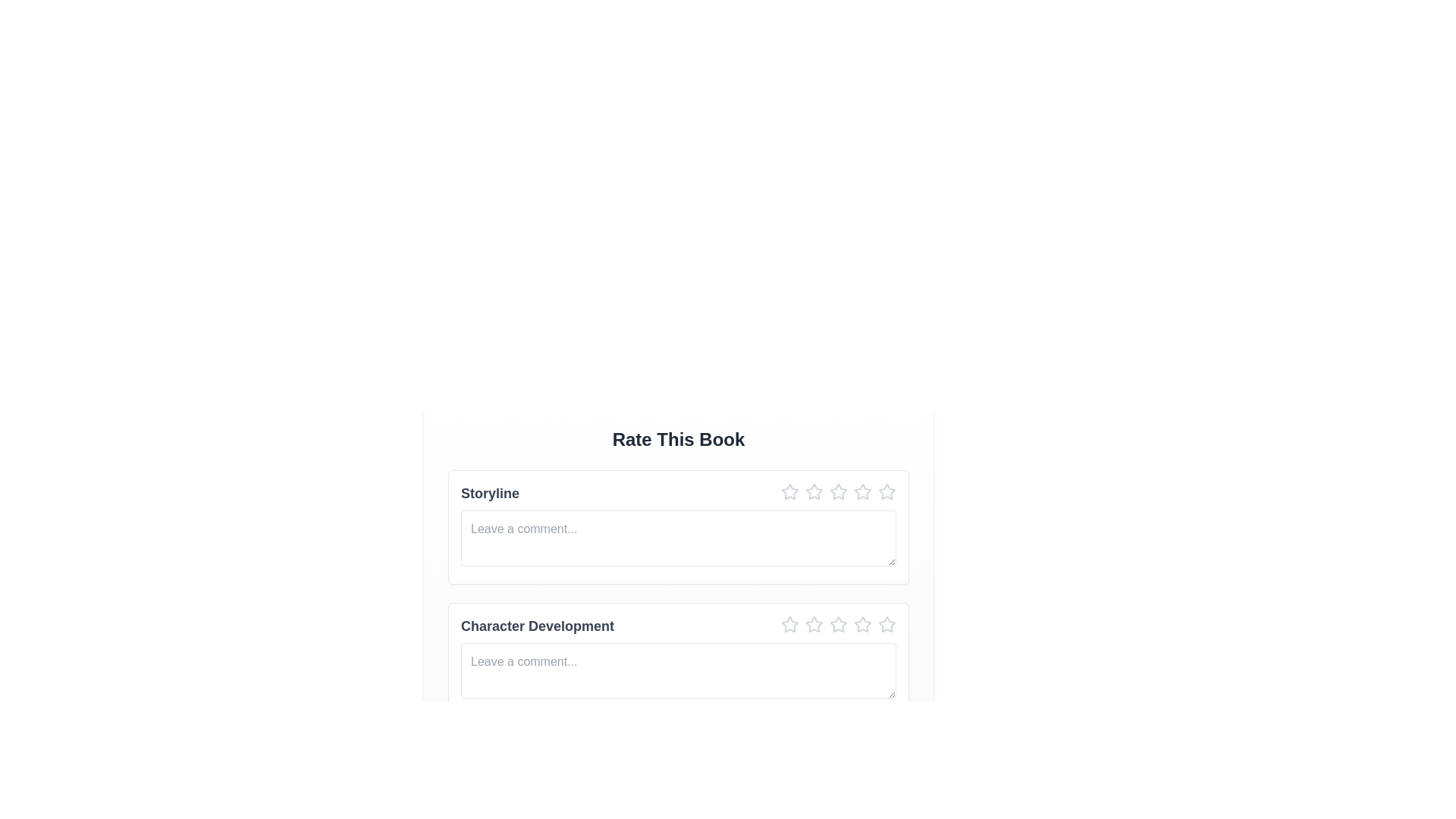 The height and width of the screenshot is (819, 1456). I want to click on the Text Label that serves as a title for the 'Rate This Book' section, positioned at the top-left corner above the comment input box and to the left of the star rating component, so click(490, 494).